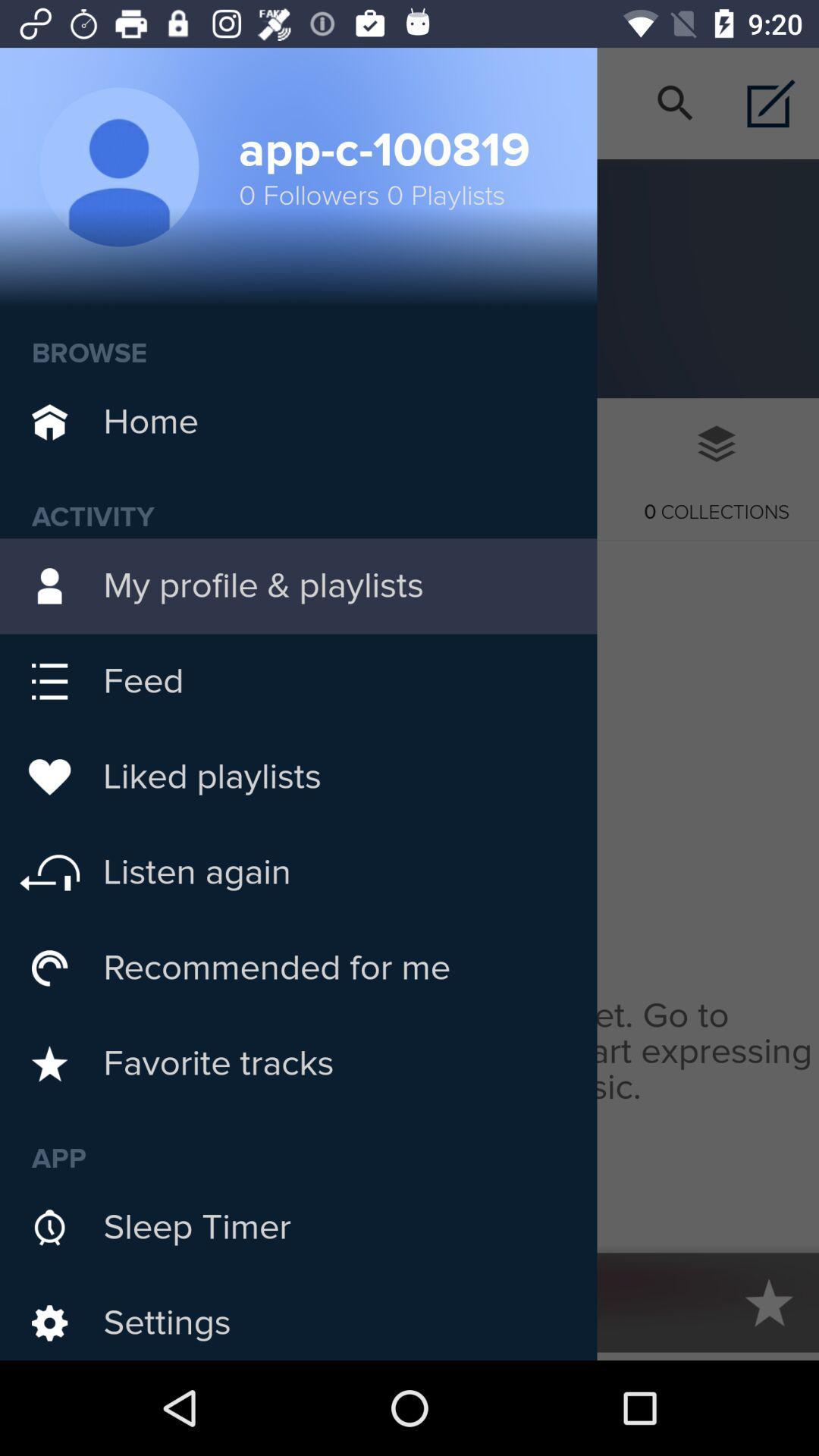  Describe the element at coordinates (769, 1301) in the screenshot. I see `the star icon` at that location.